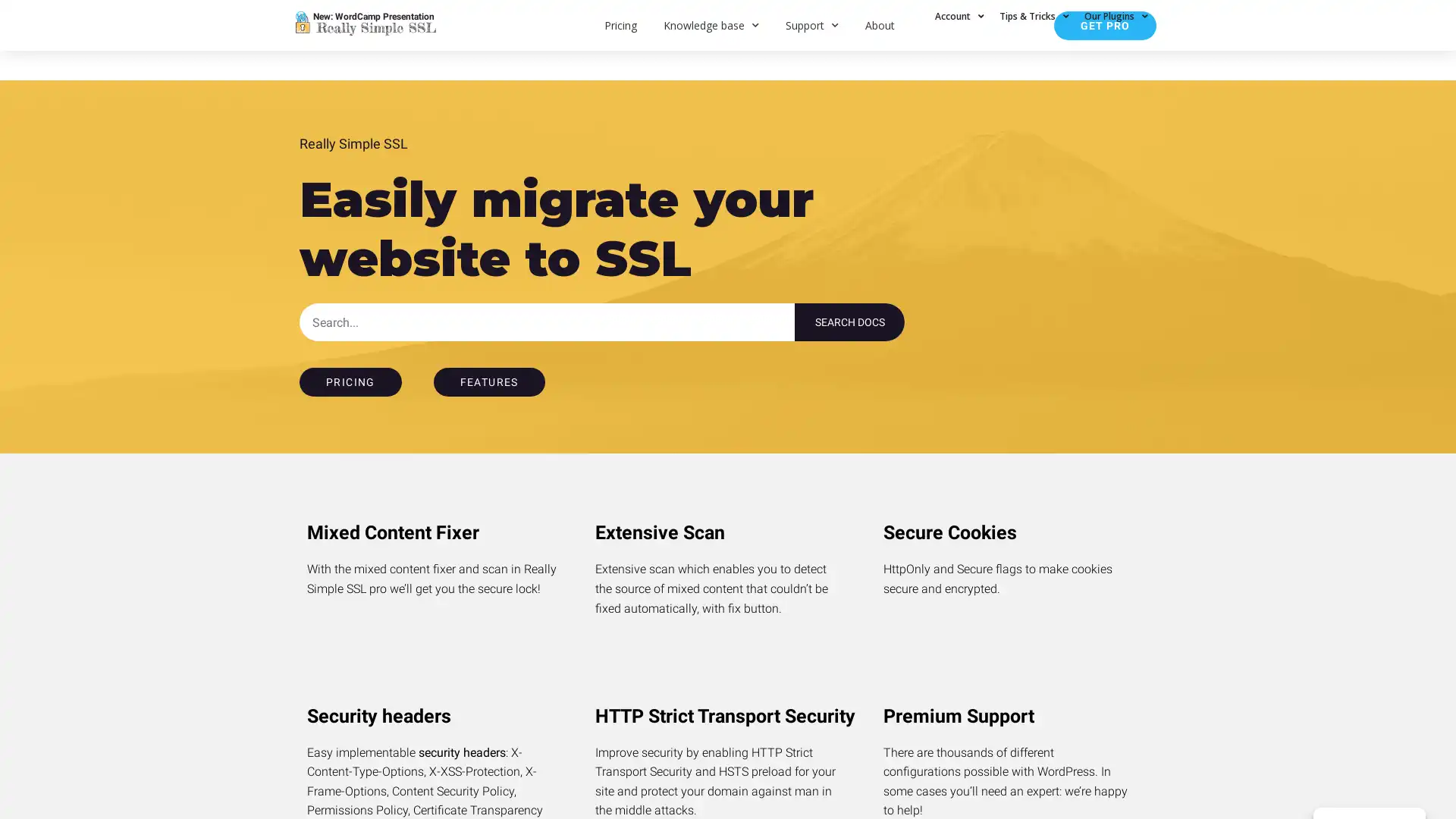 Image resolution: width=1456 pixels, height=819 pixels. What do you see at coordinates (349, 381) in the screenshot?
I see `PRICING` at bounding box center [349, 381].